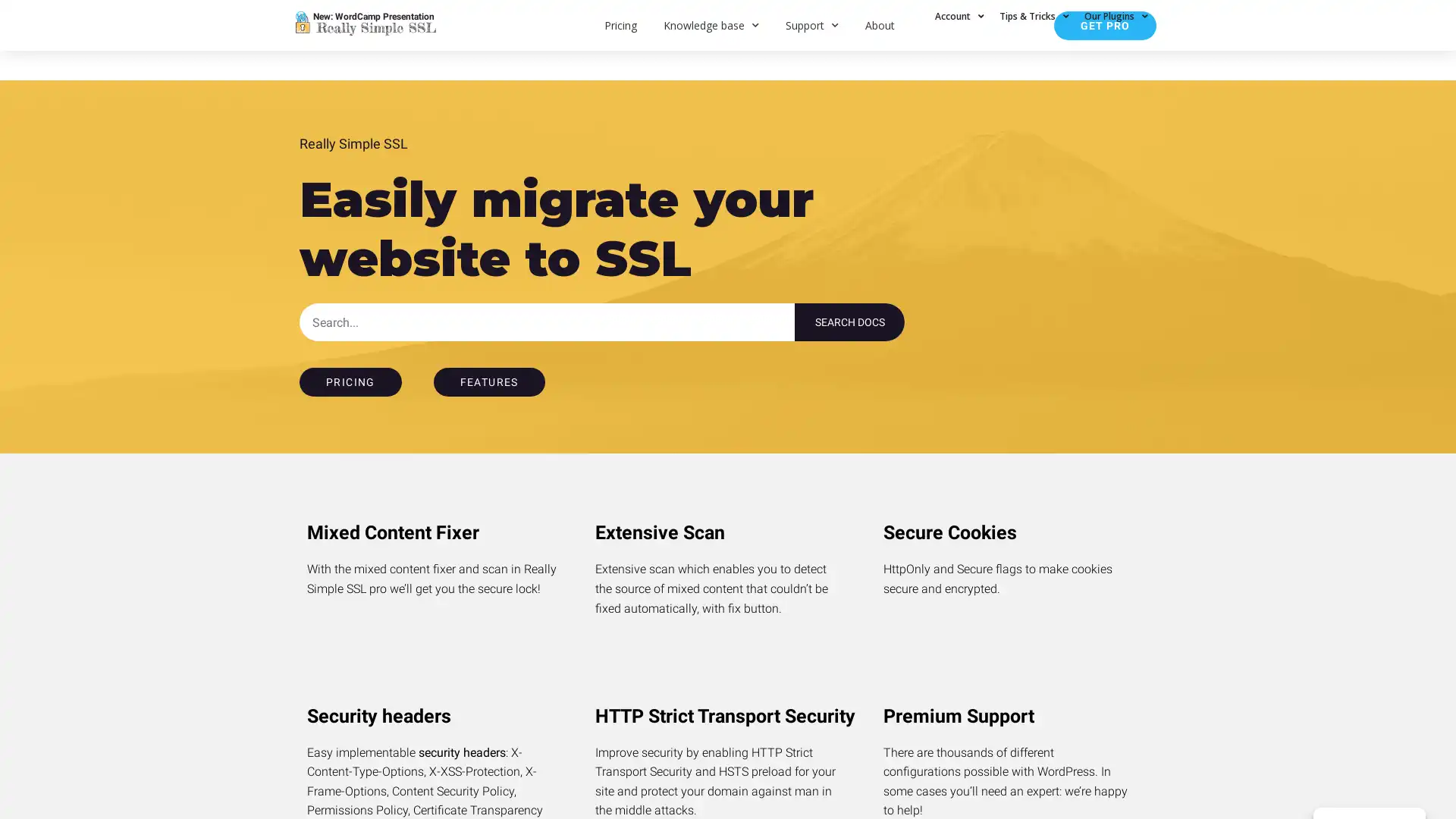 Image resolution: width=1456 pixels, height=819 pixels. What do you see at coordinates (349, 381) in the screenshot?
I see `PRICING` at bounding box center [349, 381].